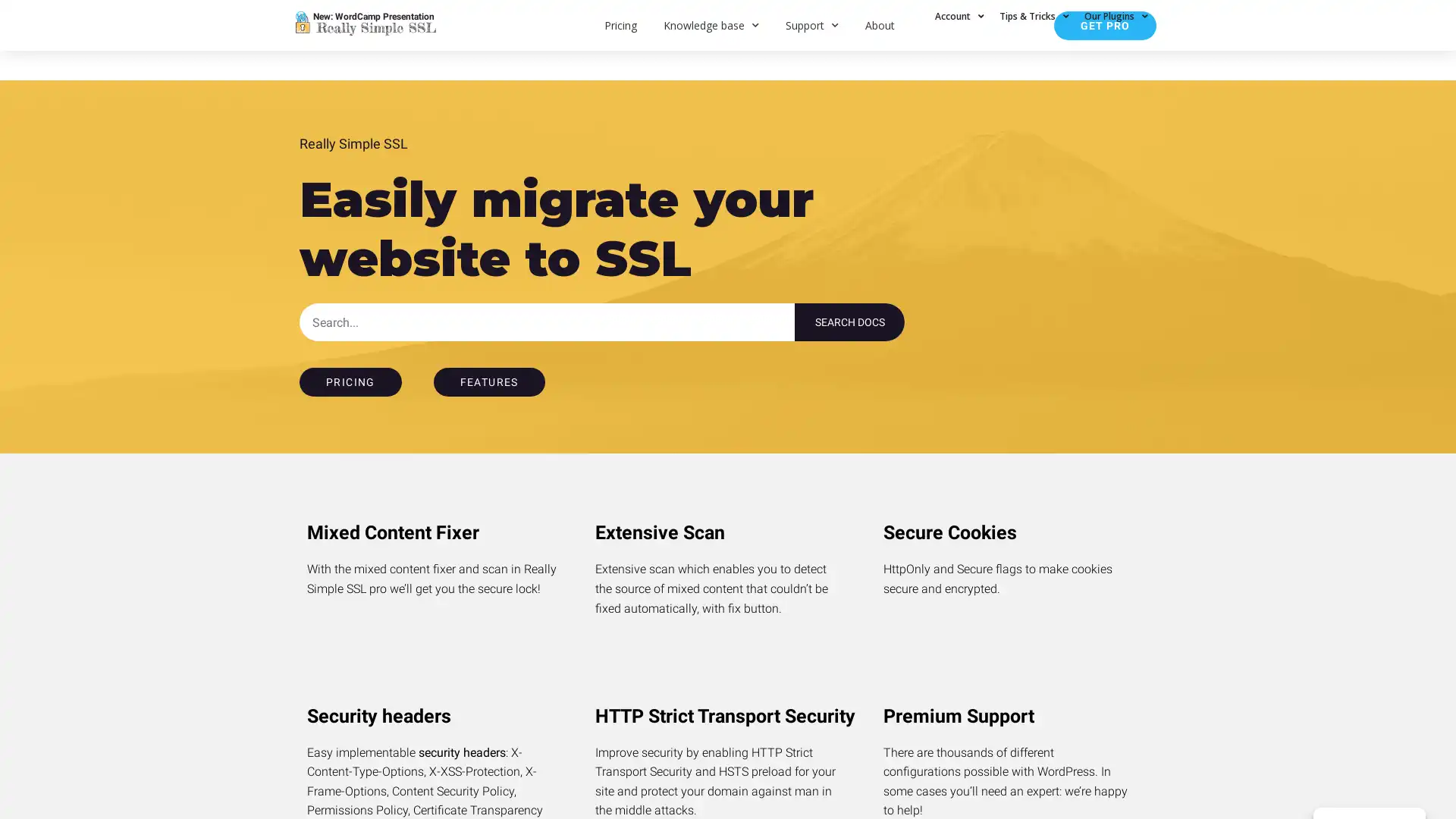 Image resolution: width=1456 pixels, height=819 pixels. What do you see at coordinates (349, 381) in the screenshot?
I see `PRICING` at bounding box center [349, 381].